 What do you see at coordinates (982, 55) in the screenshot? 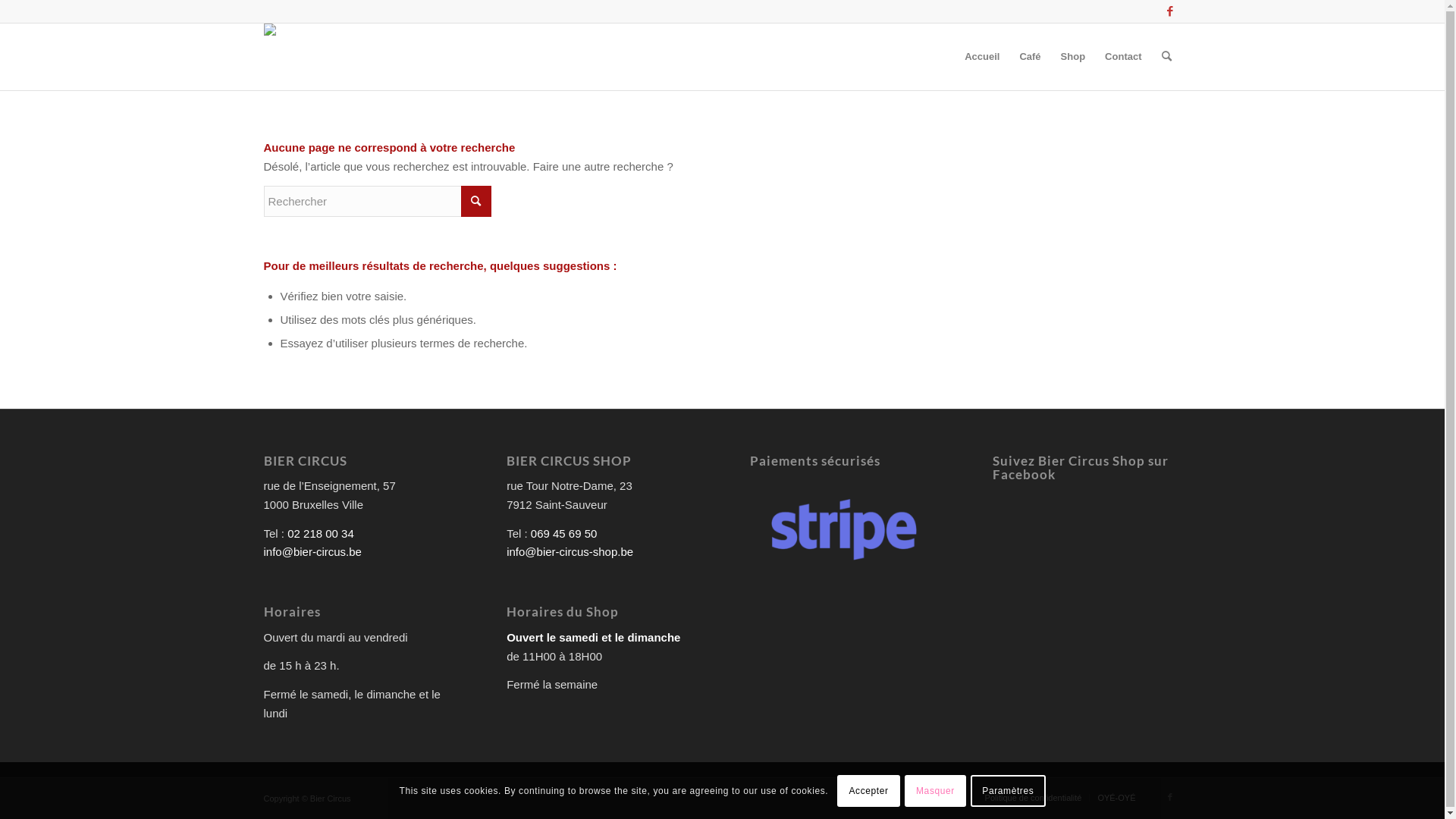
I see `'Accueil'` at bounding box center [982, 55].